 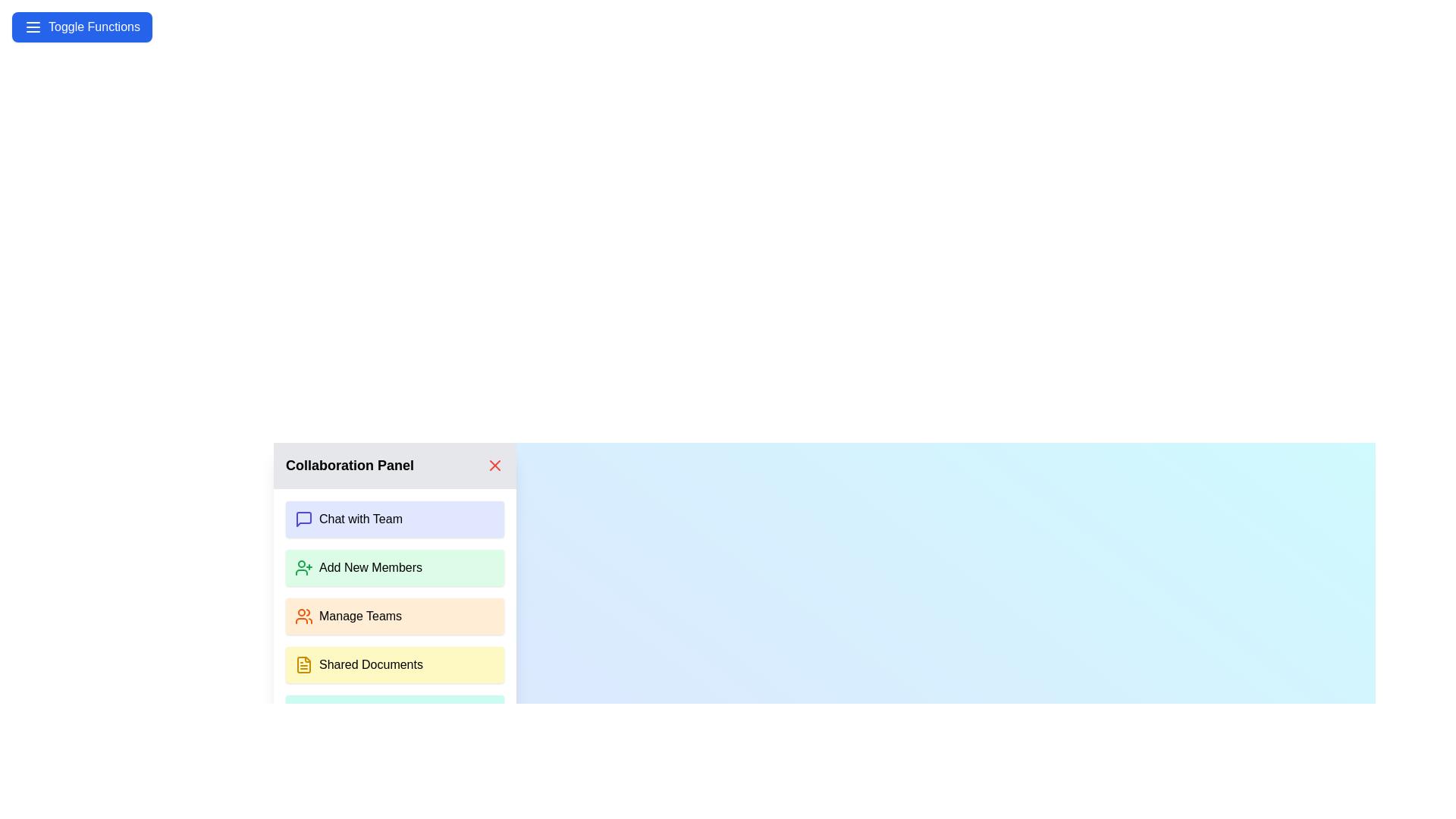 I want to click on the 'Add New Members' text label, which is bold black text on a light green background, located in the Collaboration Panel below 'Chat with Team', so click(x=371, y=567).